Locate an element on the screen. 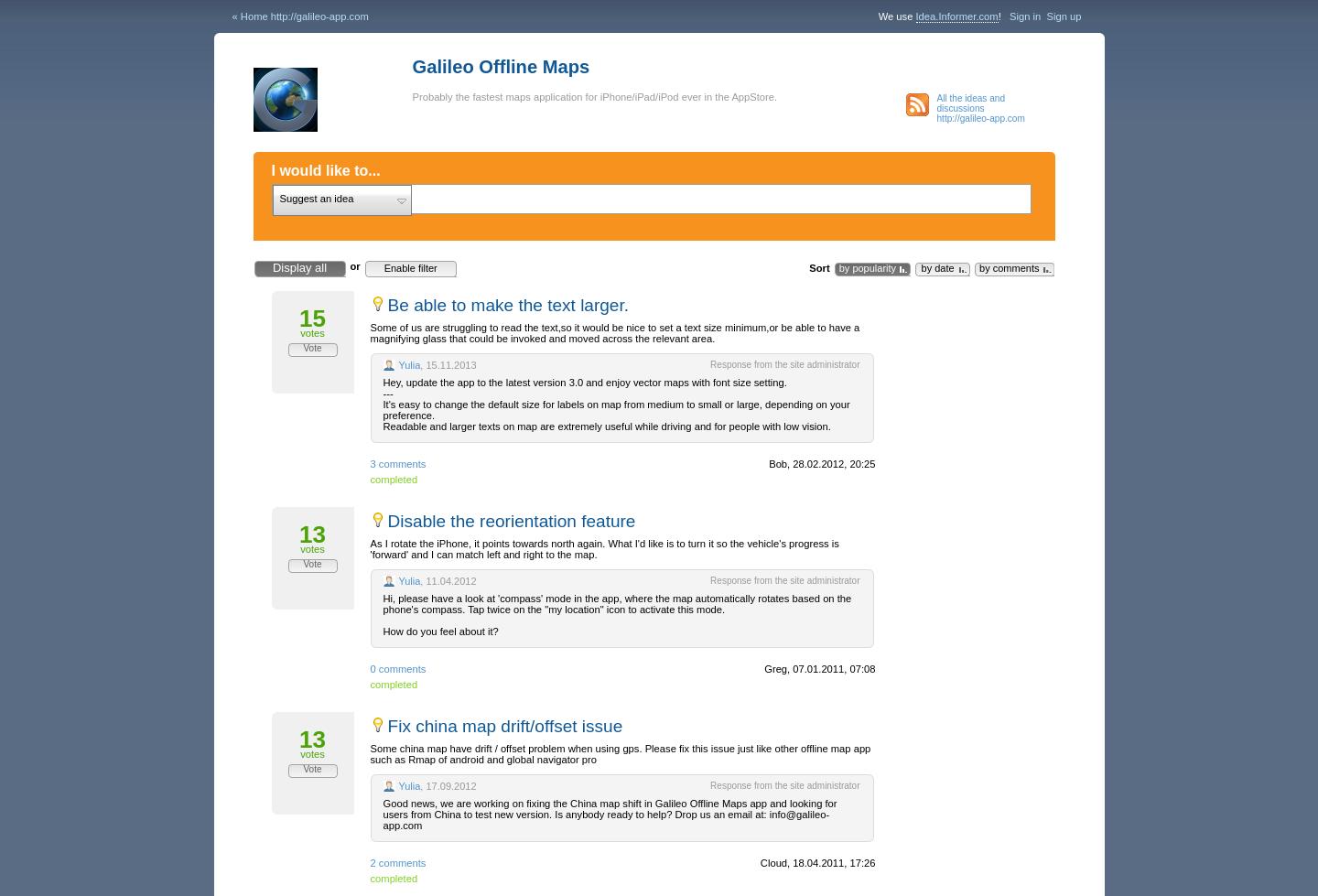  '2 comments' is located at coordinates (397, 861).